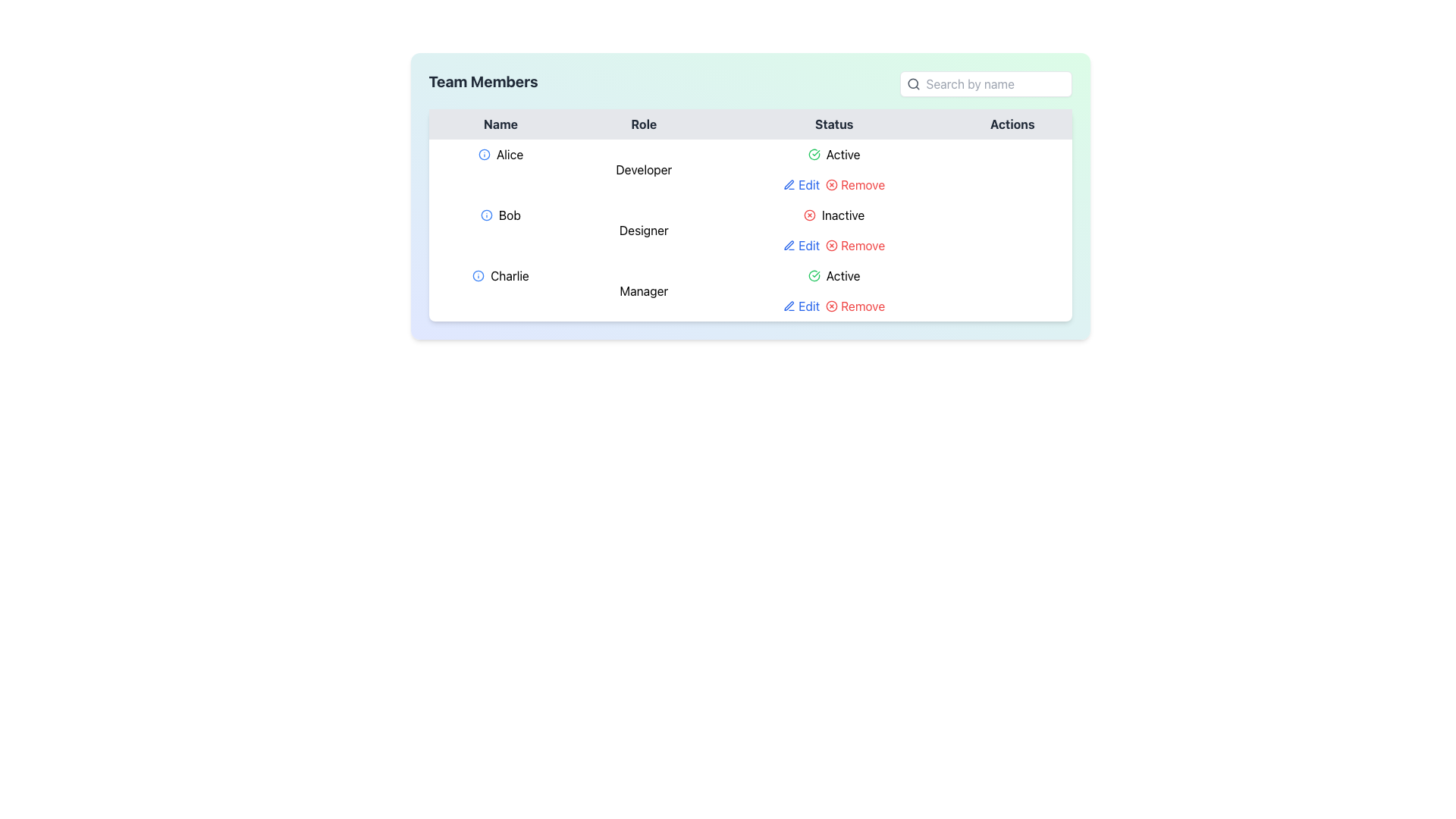 The height and width of the screenshot is (819, 1456). I want to click on the 'Inactive' status label for user 'Bob' in the second row of the table, which is styled with red text to indicate a non-active status, so click(750, 231).